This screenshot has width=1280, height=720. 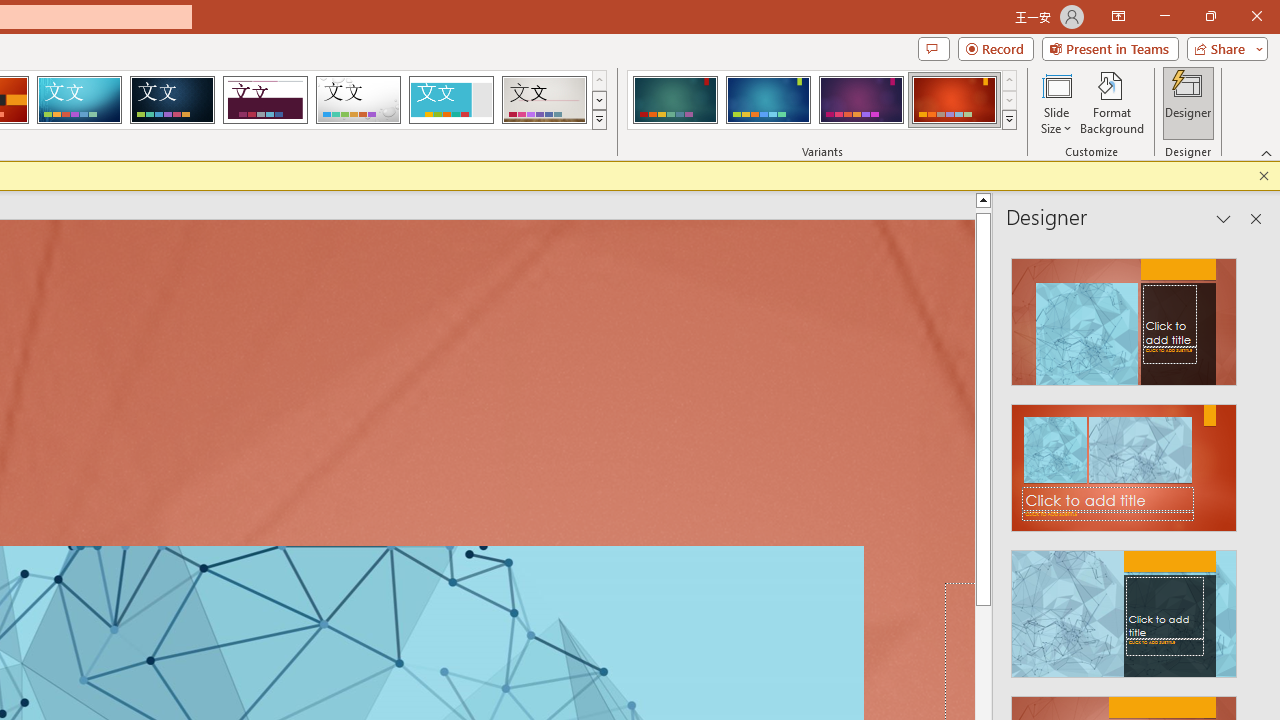 I want to click on 'Ion Variant 3', so click(x=861, y=100).